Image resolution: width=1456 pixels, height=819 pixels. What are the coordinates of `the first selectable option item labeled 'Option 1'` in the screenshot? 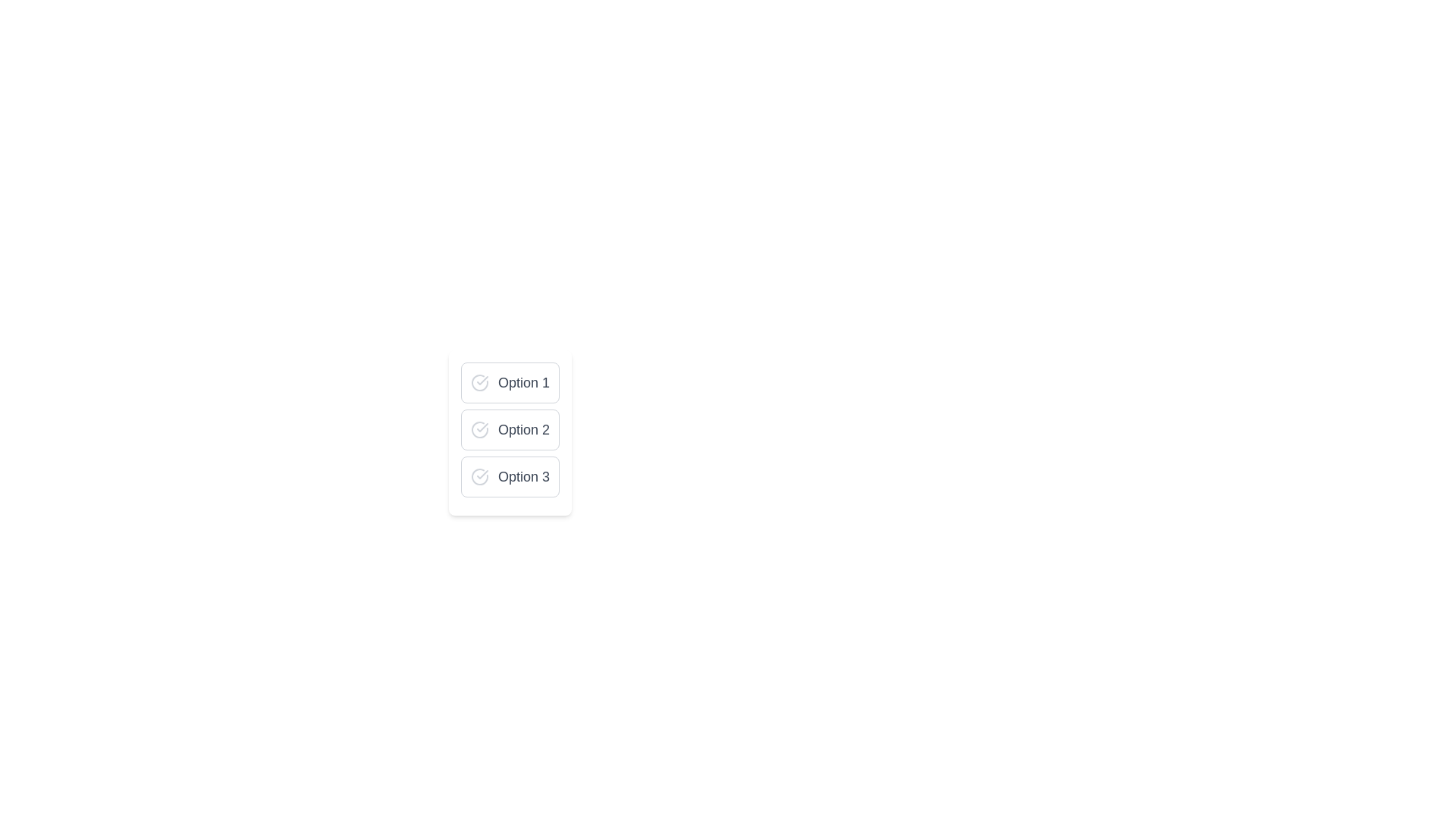 It's located at (510, 382).